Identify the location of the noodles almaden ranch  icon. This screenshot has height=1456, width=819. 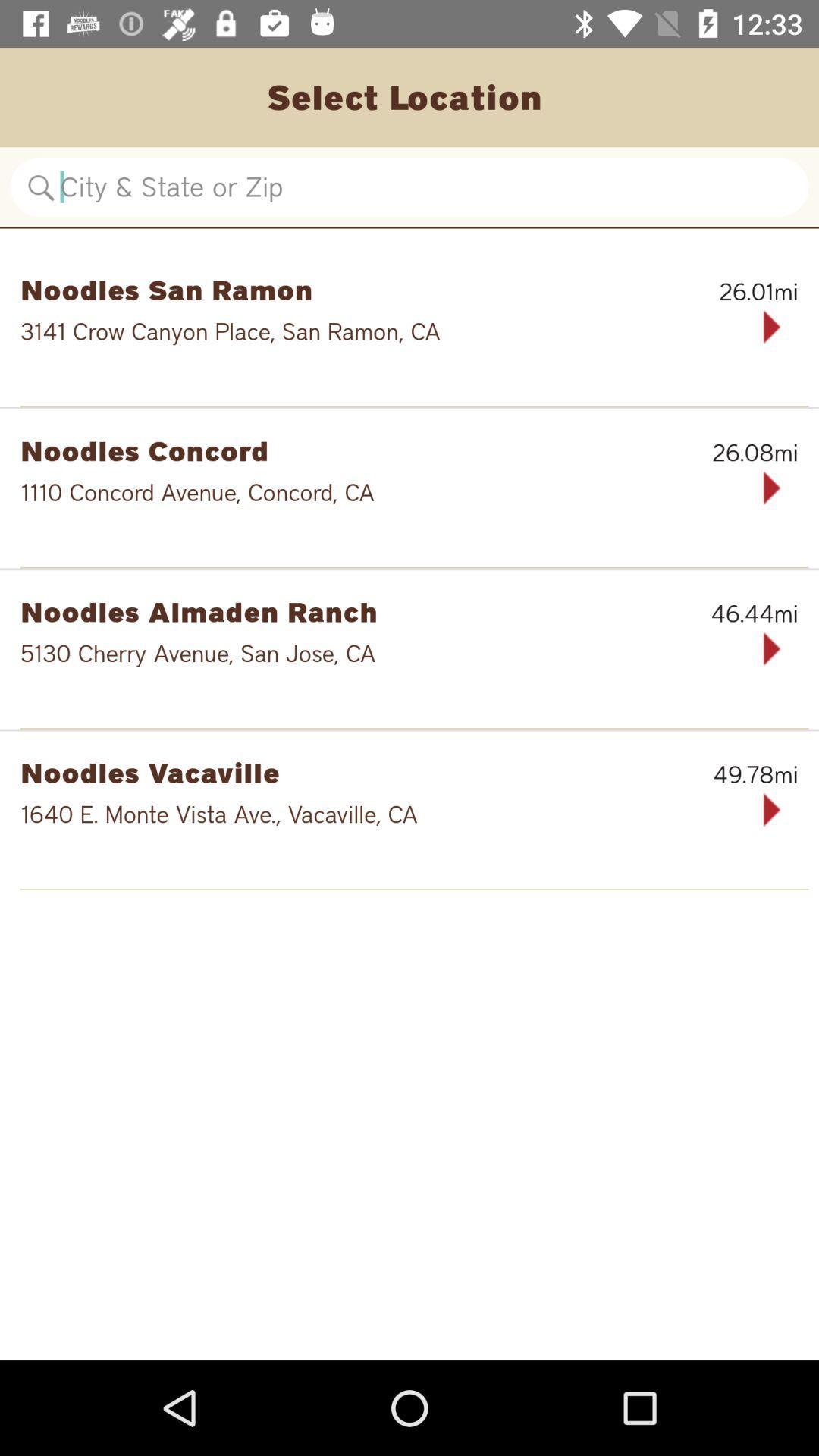
(331, 611).